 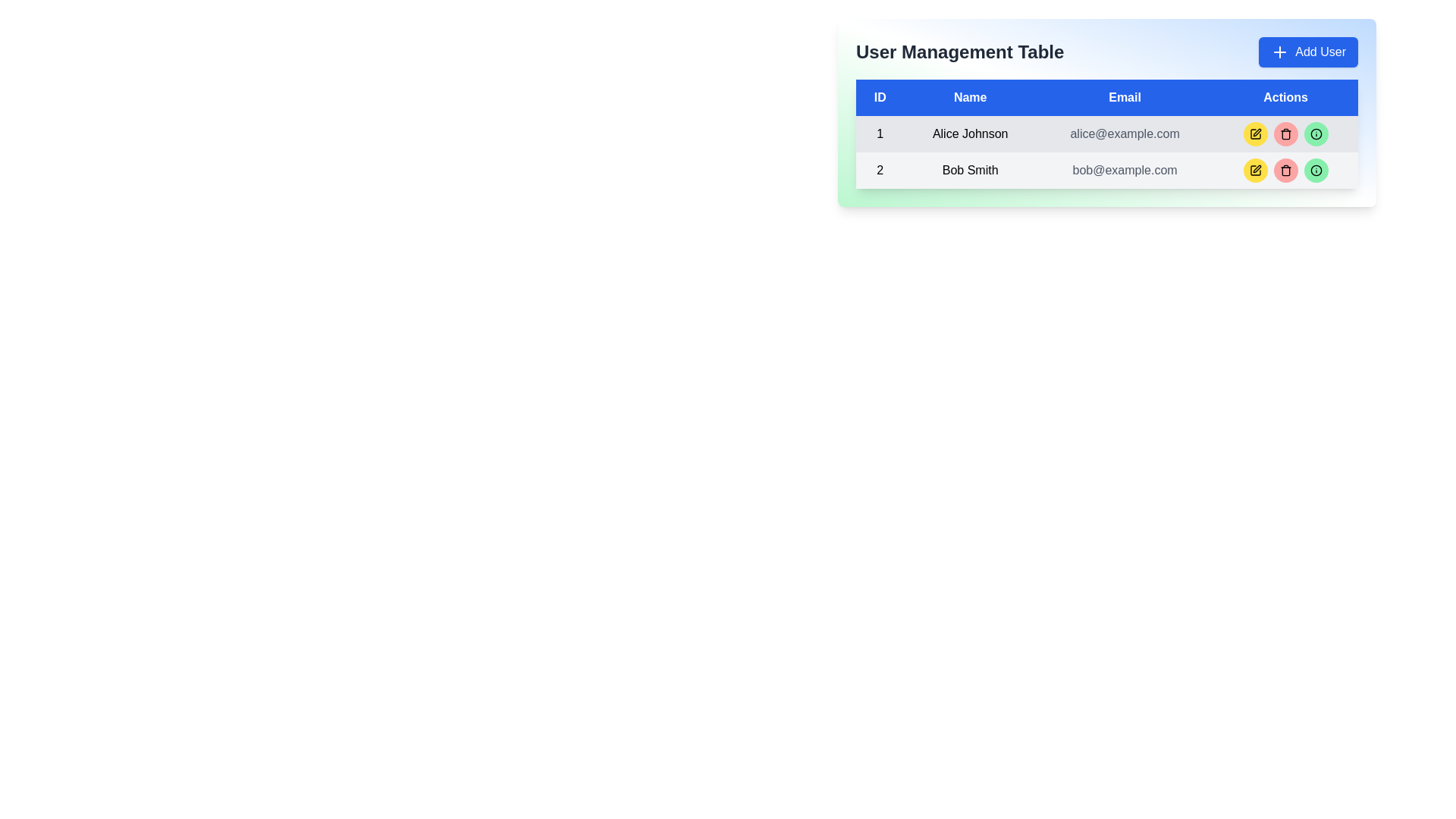 I want to click on the title or header element located at the upper left of the user management interface, which provides context for the table below it, so click(x=959, y=52).